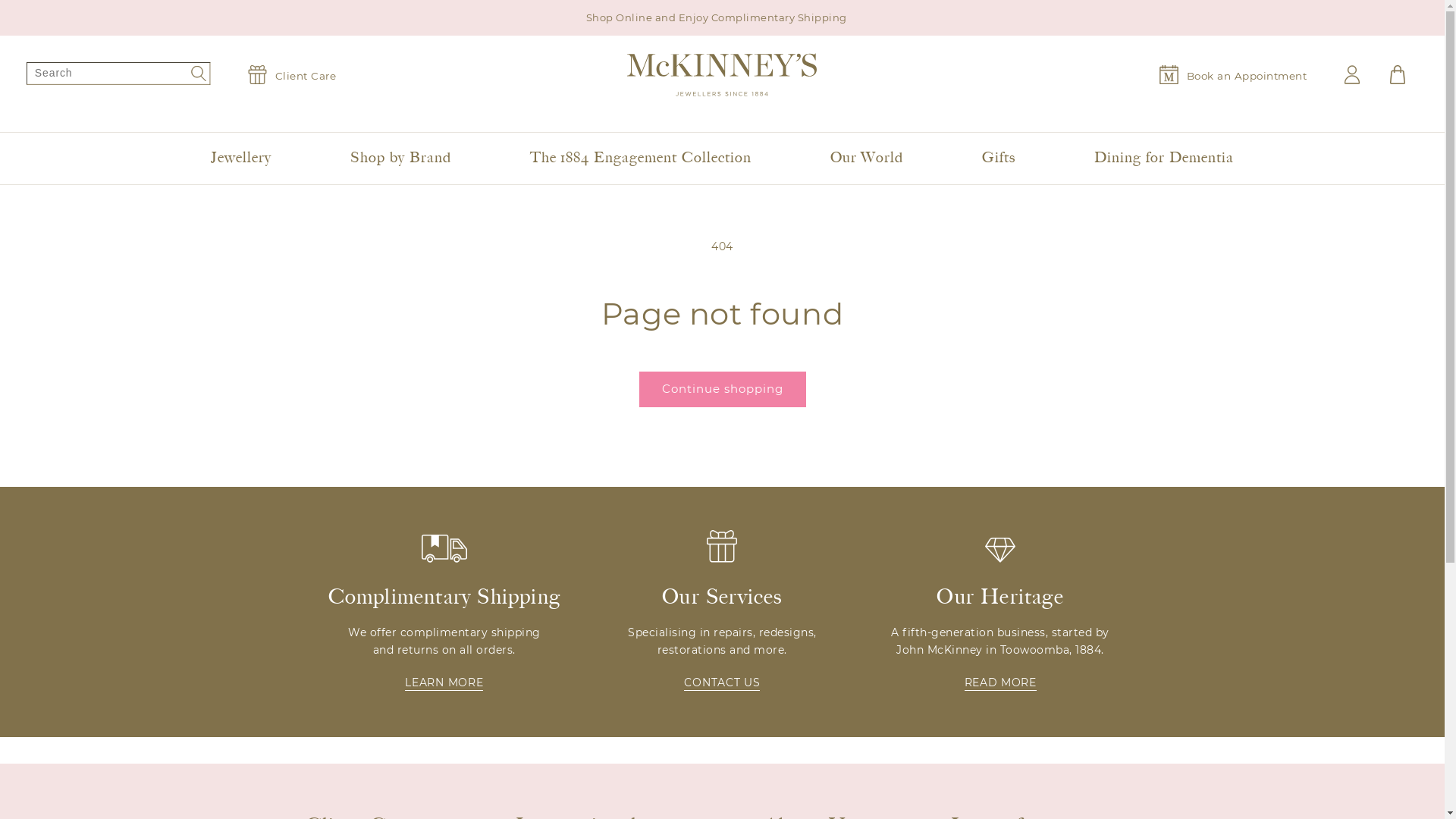 The image size is (1456, 819). I want to click on 'The 1884 Engagement Collection', so click(640, 158).